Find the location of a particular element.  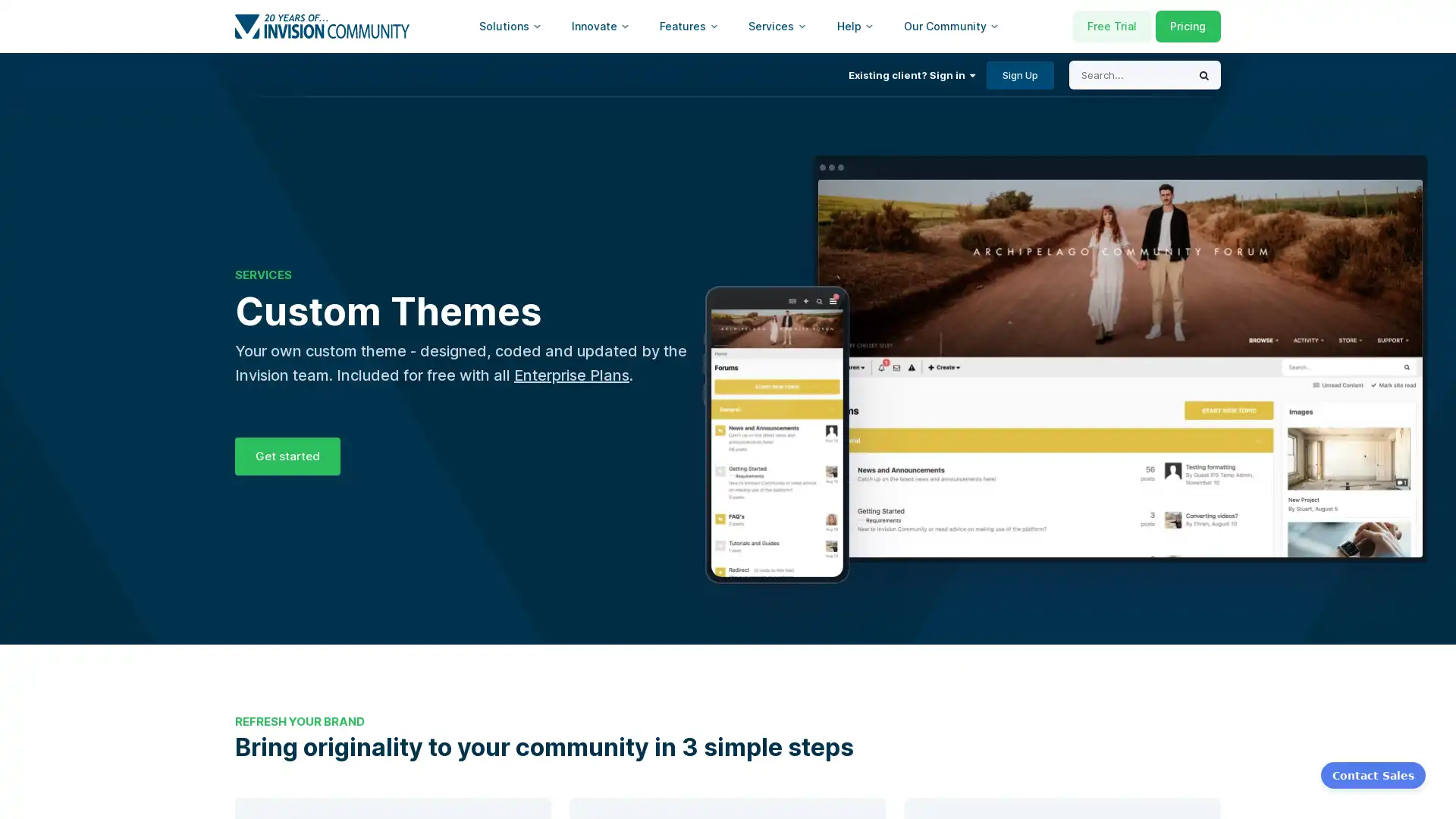

Features is located at coordinates (688, 26).